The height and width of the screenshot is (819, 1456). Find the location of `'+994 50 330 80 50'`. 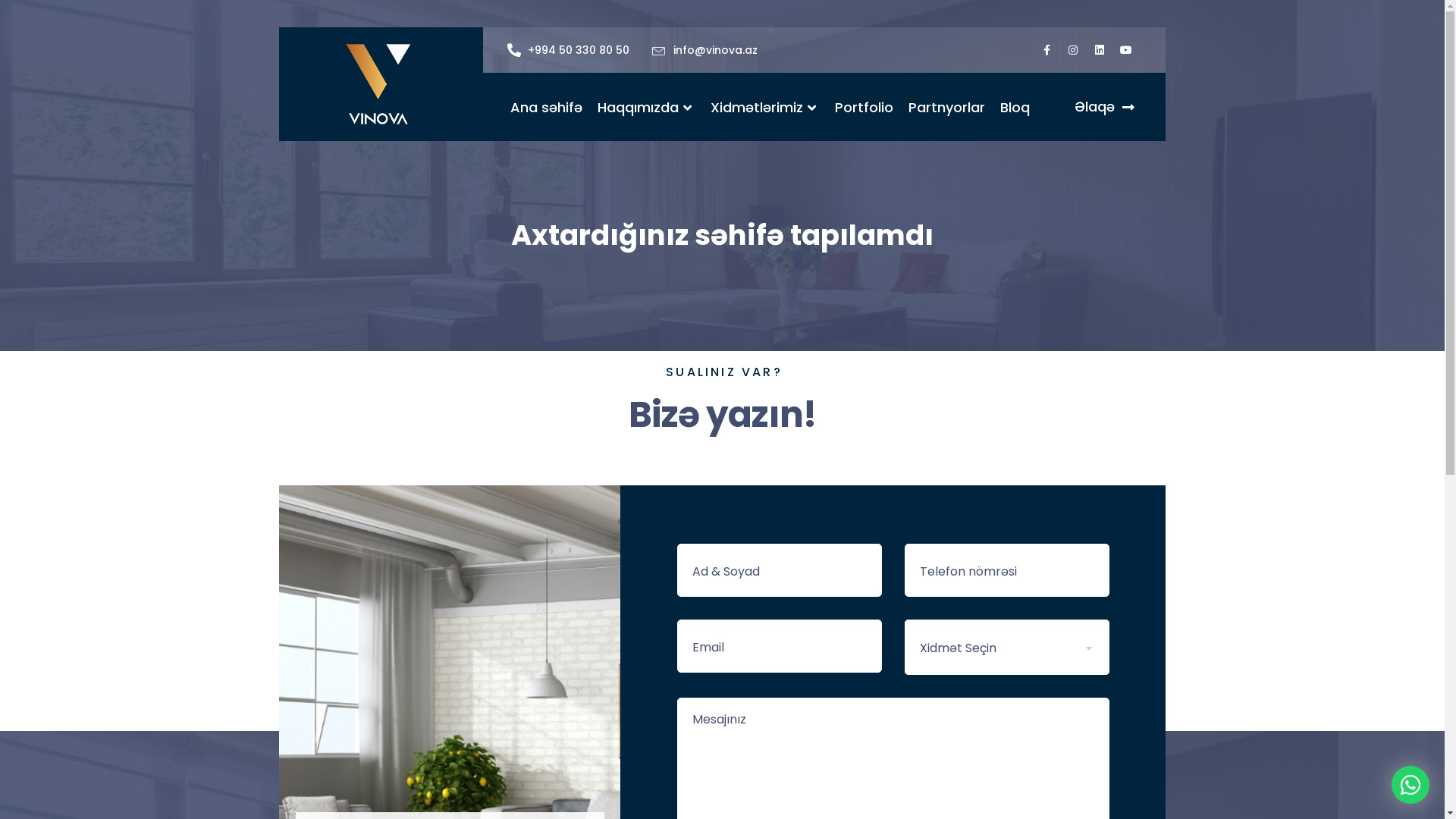

'+994 50 330 80 50' is located at coordinates (507, 49).